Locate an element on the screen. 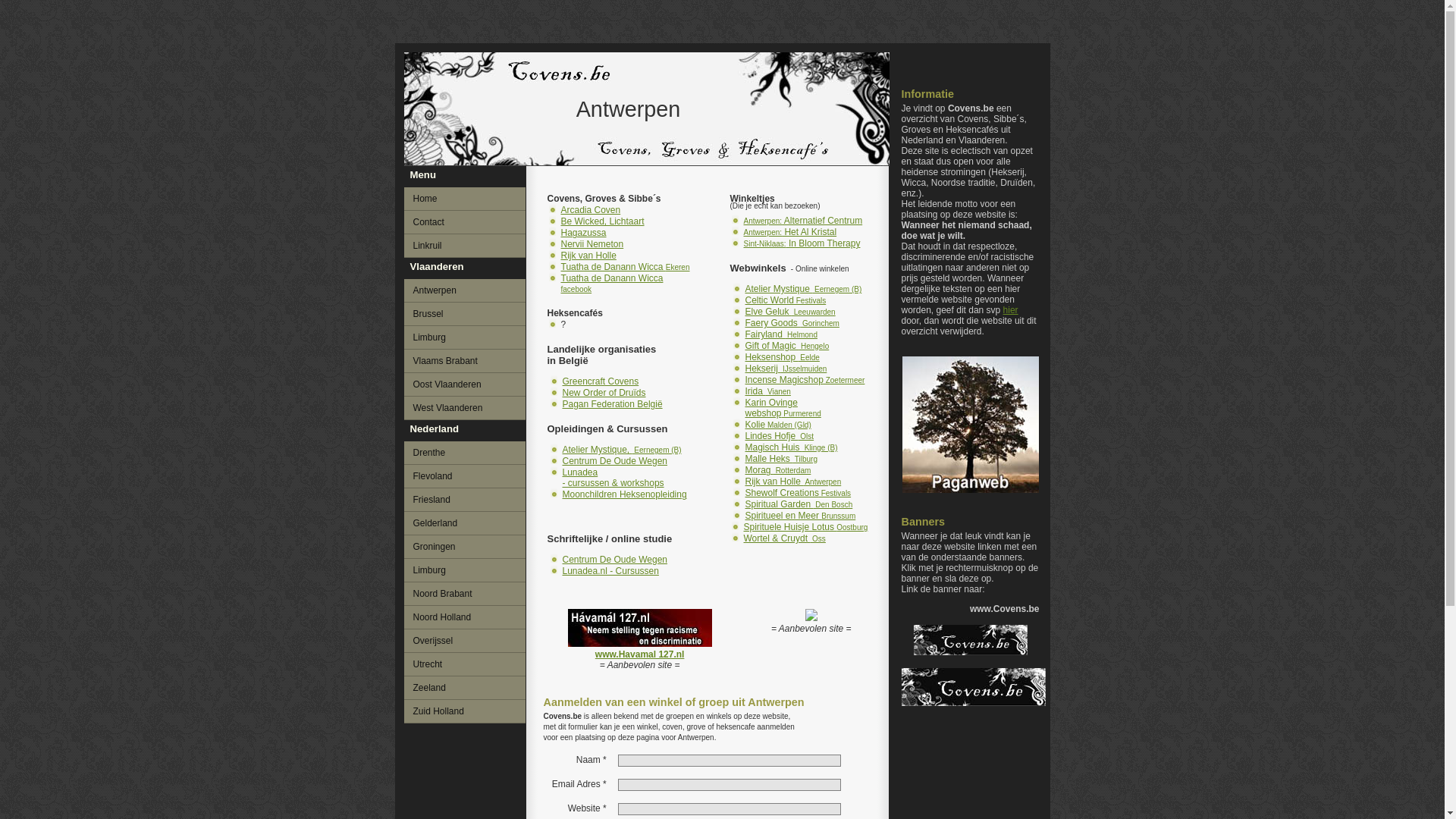  'Karin Ovinge webshop Purmerend' is located at coordinates (783, 406).